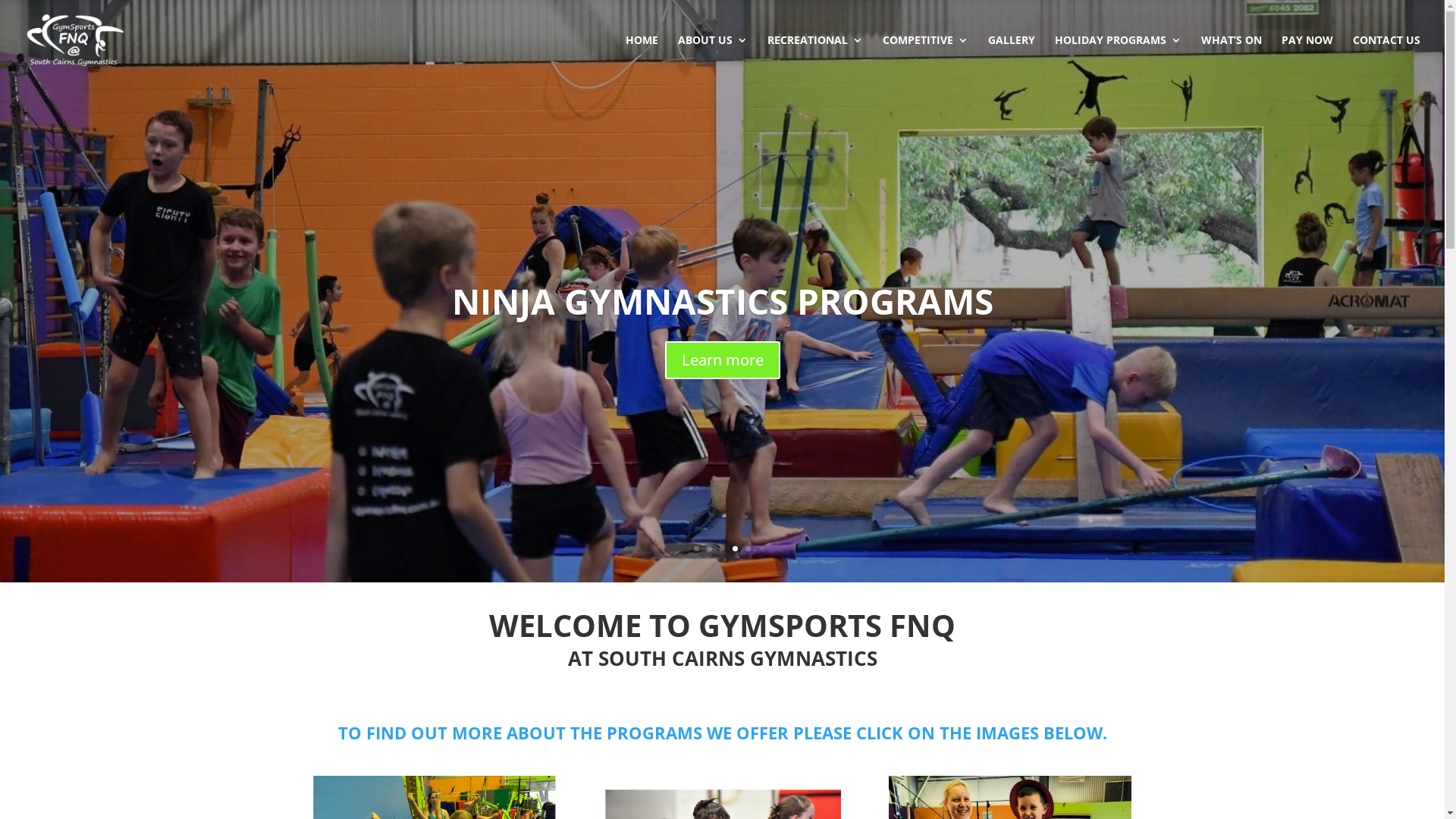  Describe the element at coordinates (1386, 57) in the screenshot. I see `'CONTACT US'` at that location.